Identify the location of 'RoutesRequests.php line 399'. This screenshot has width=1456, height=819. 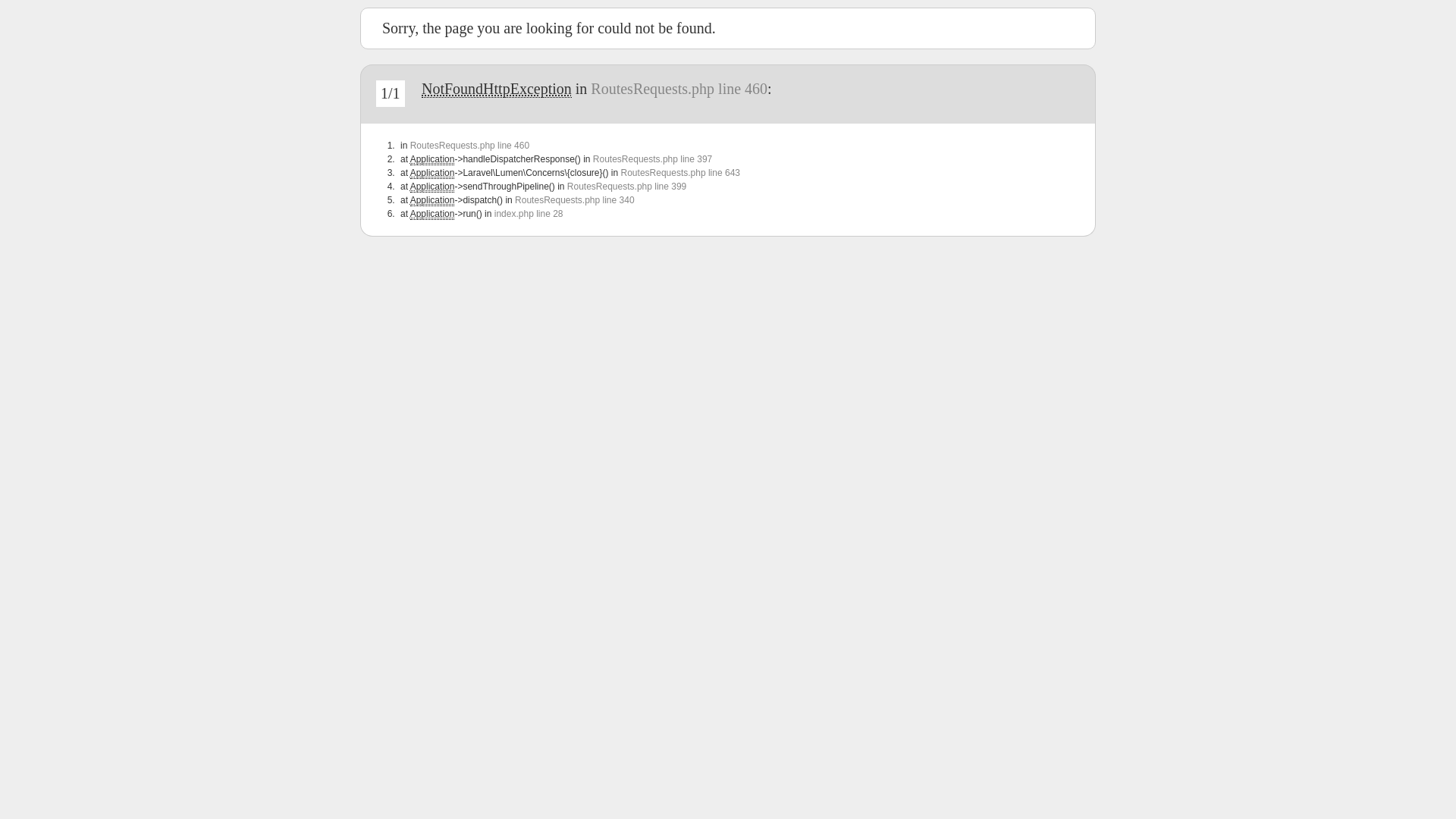
(626, 186).